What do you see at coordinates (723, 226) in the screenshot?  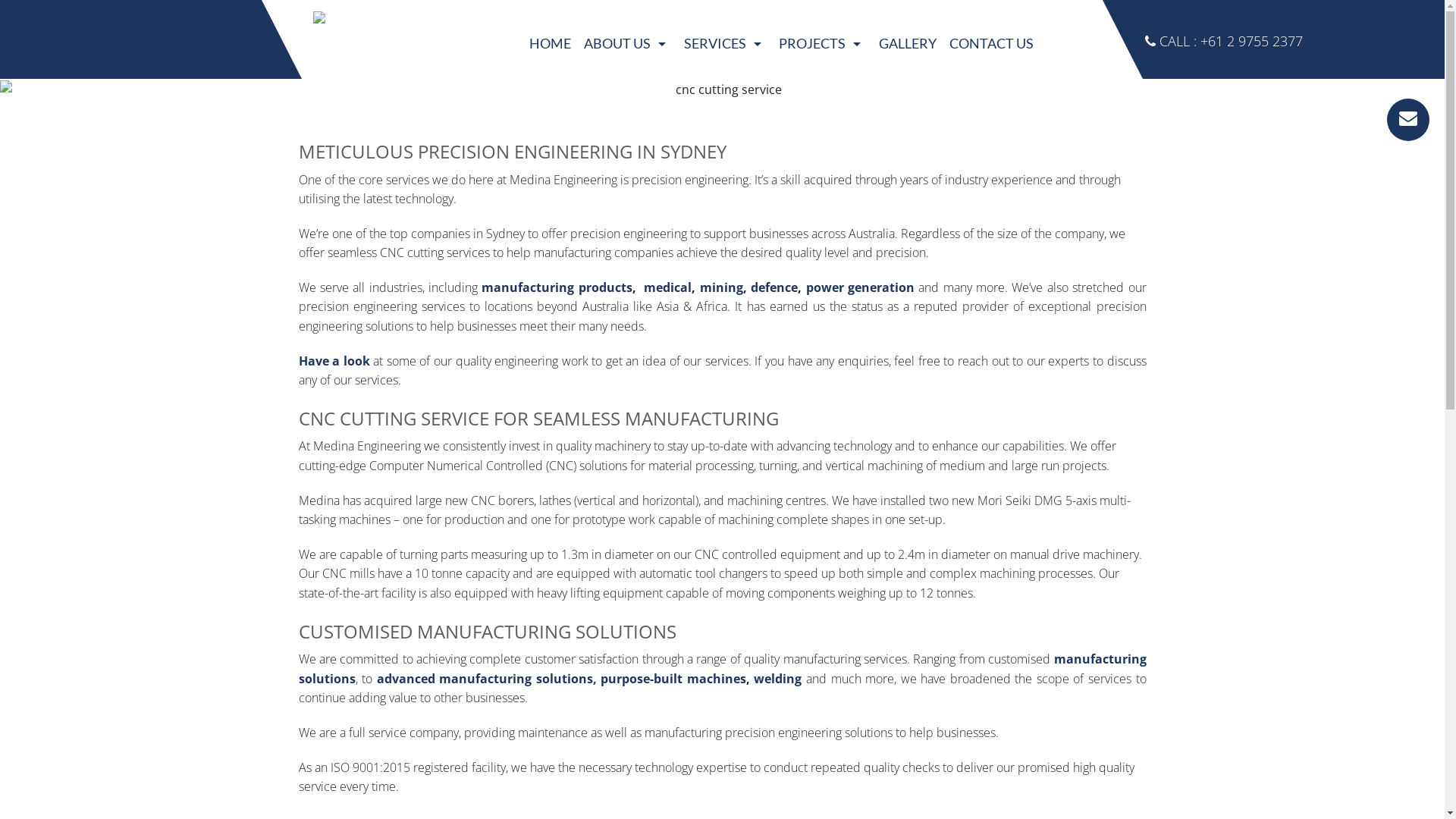 I see `'FABRICATION & WELDING'` at bounding box center [723, 226].